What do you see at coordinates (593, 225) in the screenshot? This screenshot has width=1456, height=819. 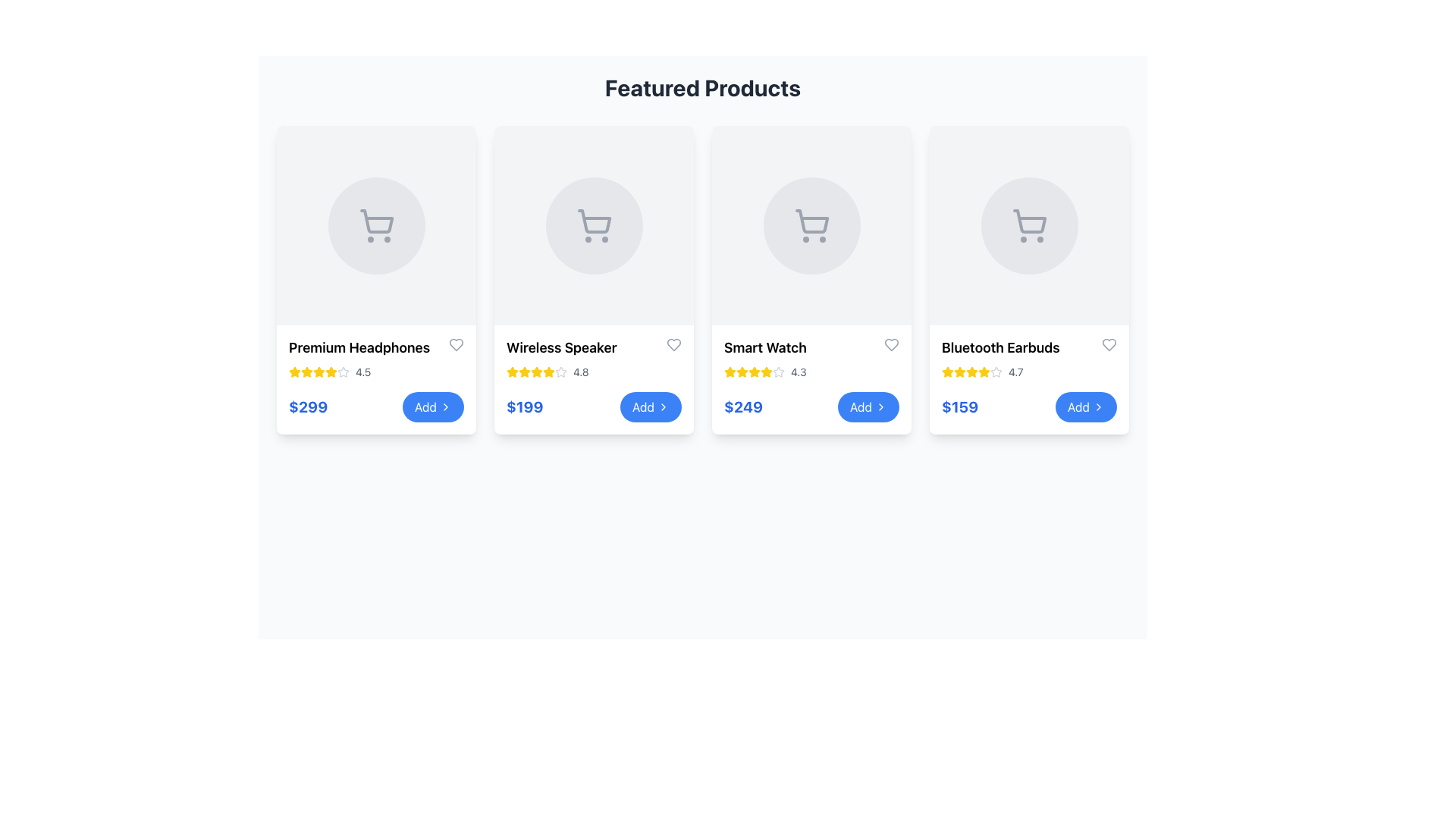 I see `the second shopping cart icon located within the 'Wireless Speaker' card, directly below 'Featured Products'` at bounding box center [593, 225].